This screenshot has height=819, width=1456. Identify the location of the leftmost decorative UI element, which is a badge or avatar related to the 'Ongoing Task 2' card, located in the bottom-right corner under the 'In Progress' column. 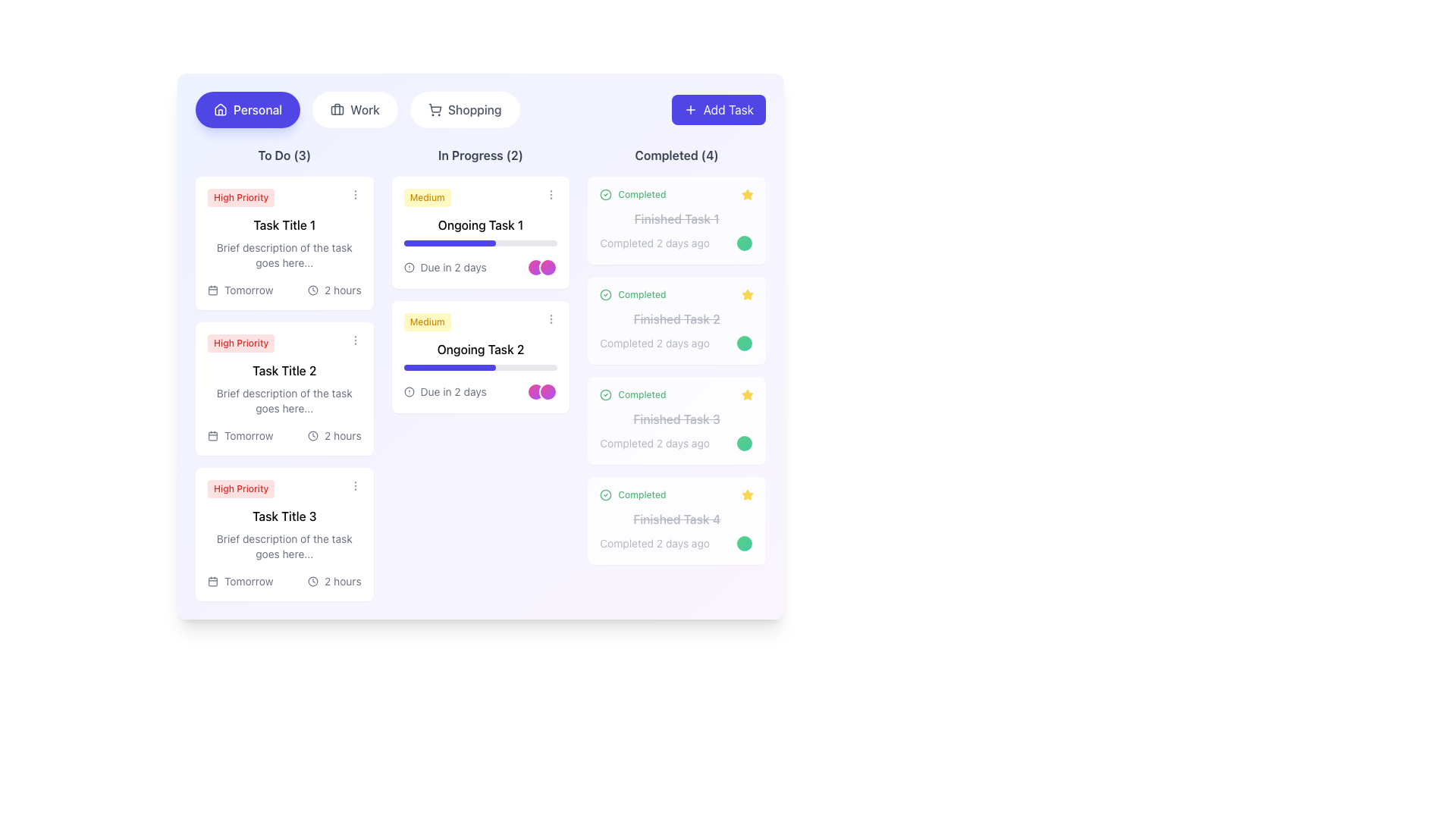
(536, 391).